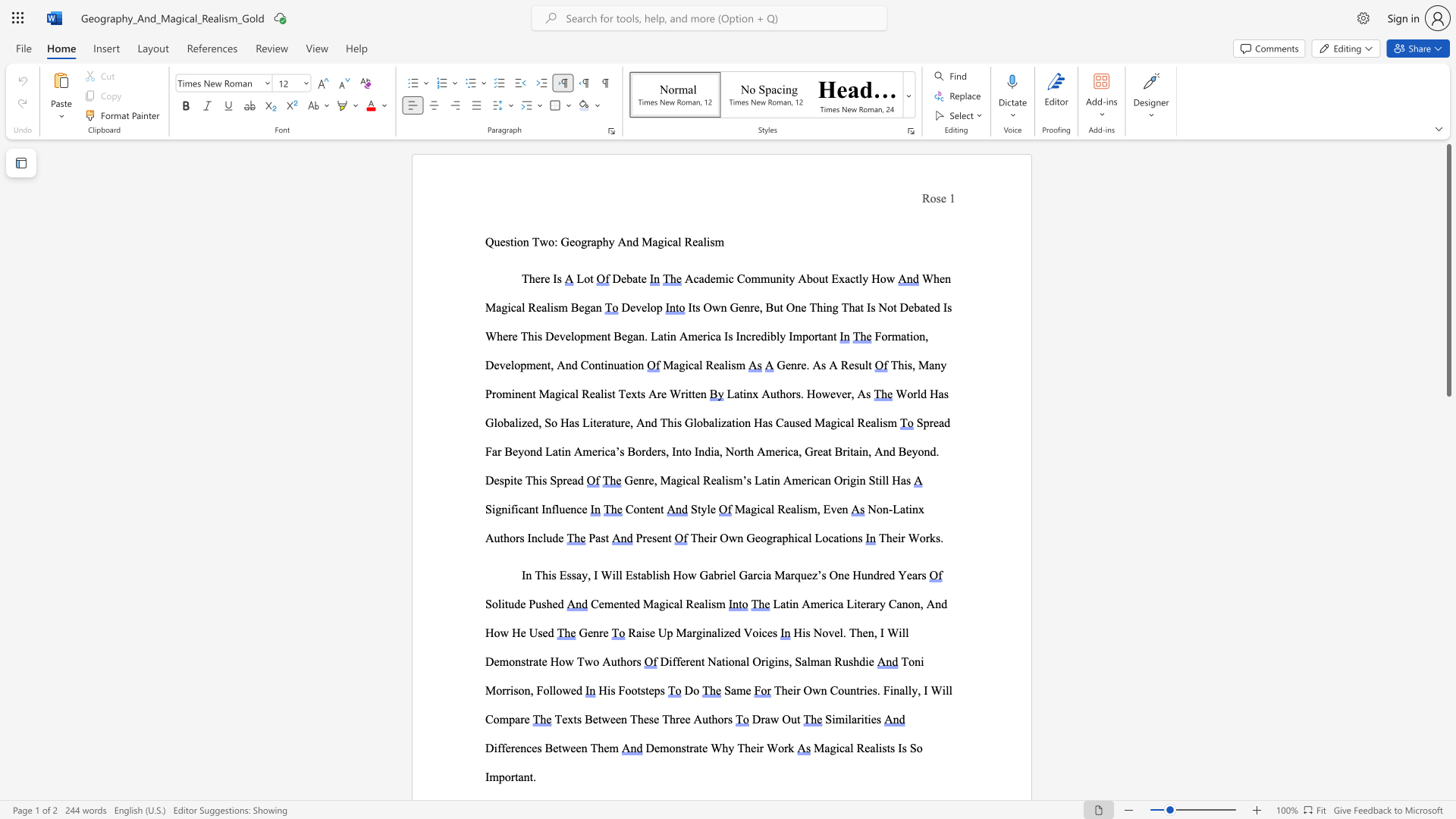 This screenshot has height=819, width=1456. What do you see at coordinates (1448, 576) in the screenshot?
I see `the scrollbar on the right to shift the page lower` at bounding box center [1448, 576].